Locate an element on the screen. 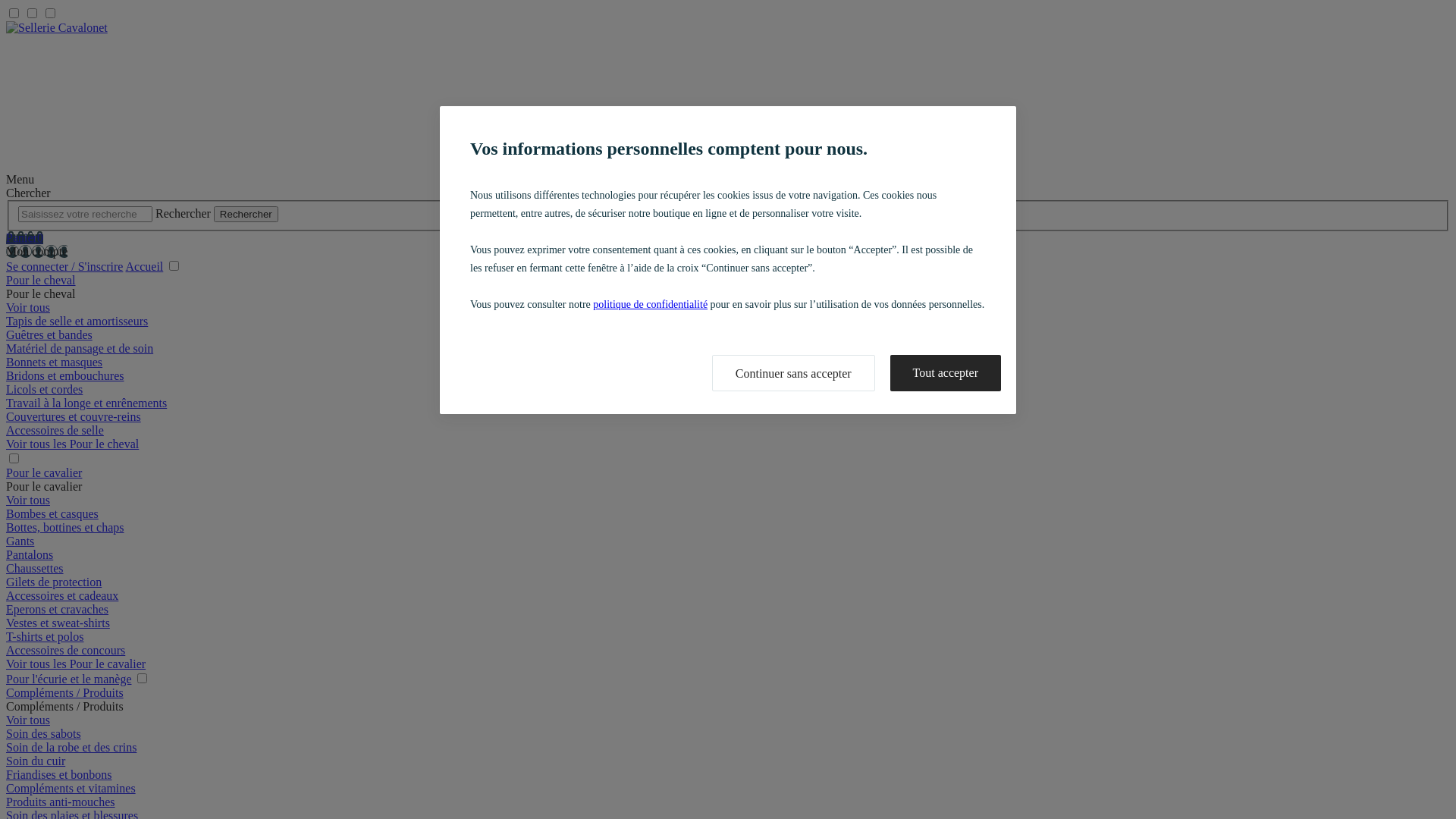 This screenshot has height=819, width=1456. 'Rechercher' is located at coordinates (246, 214).